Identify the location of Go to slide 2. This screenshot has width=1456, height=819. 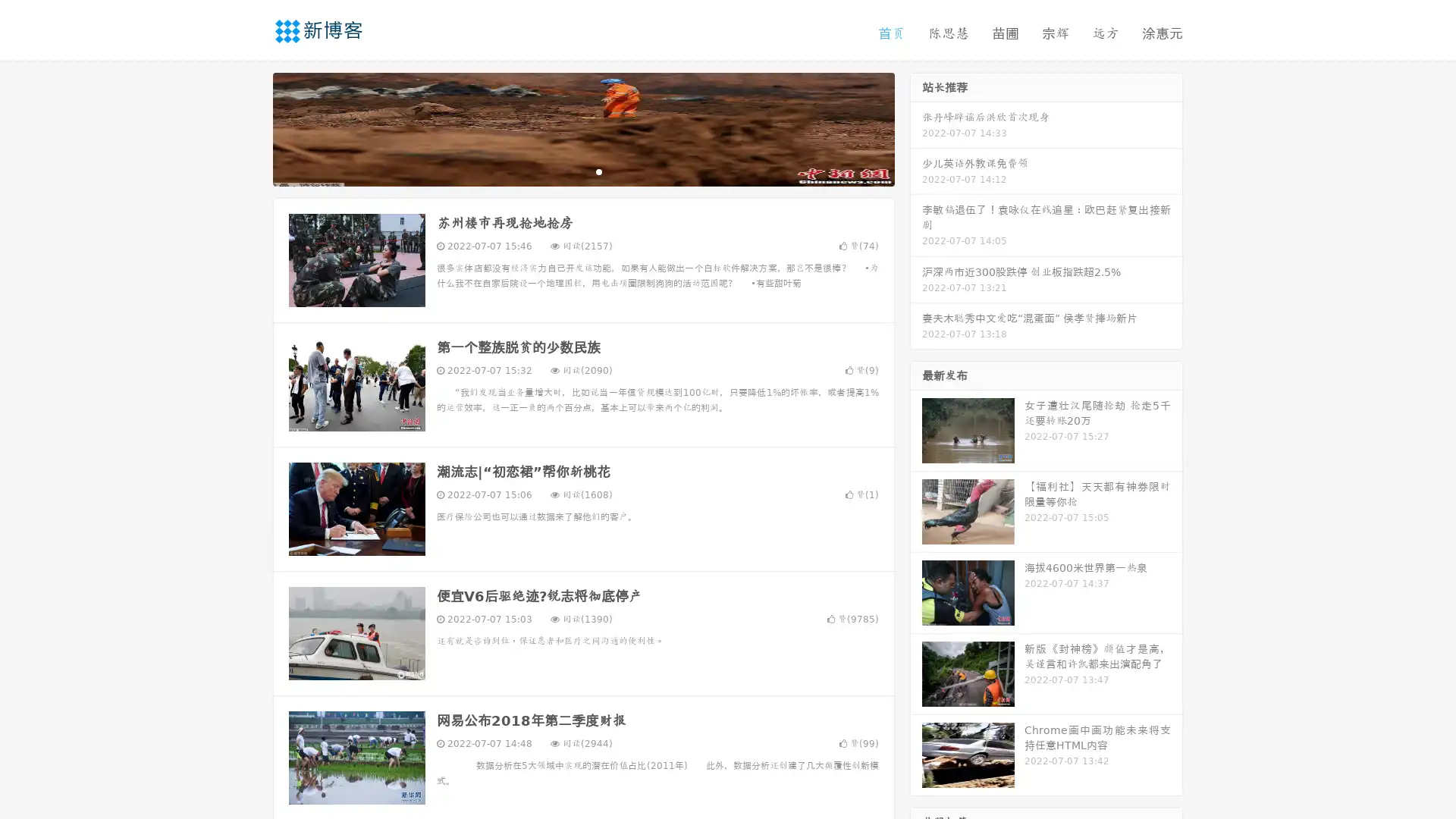
(582, 171).